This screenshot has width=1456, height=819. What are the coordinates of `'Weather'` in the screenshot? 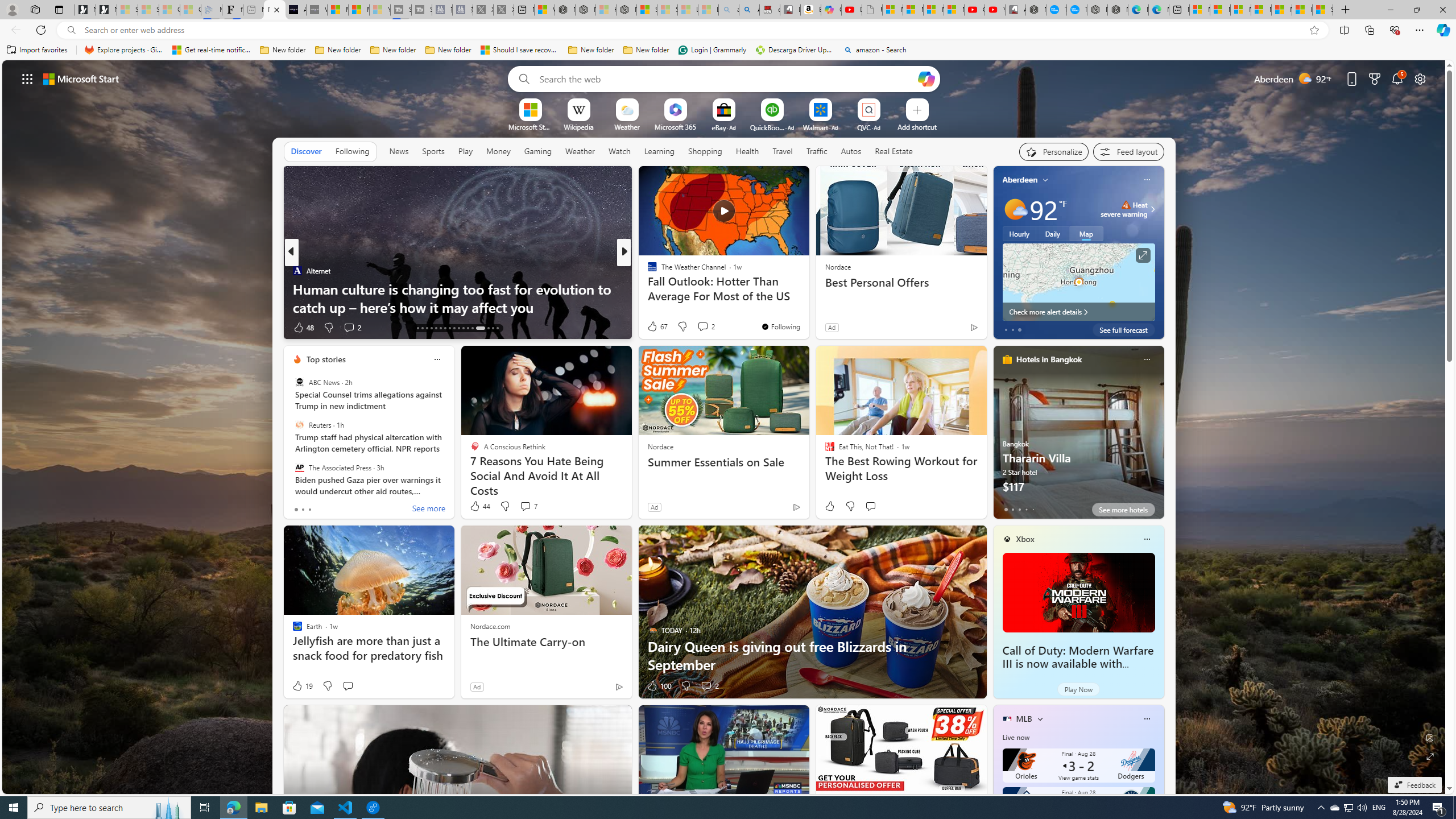 It's located at (580, 150).